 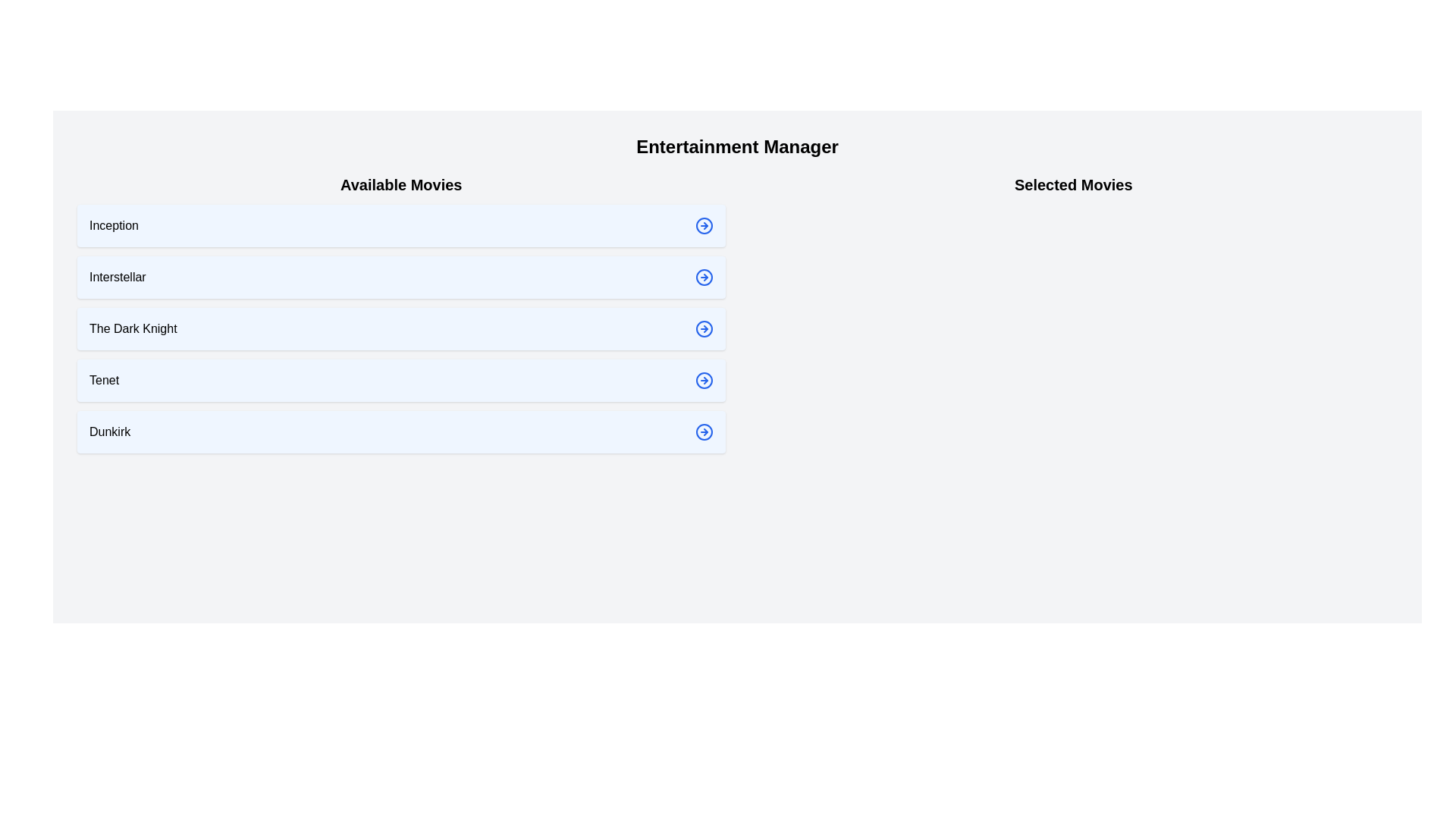 I want to click on the arrow icon next to the movie Interstellar to select it, so click(x=703, y=278).